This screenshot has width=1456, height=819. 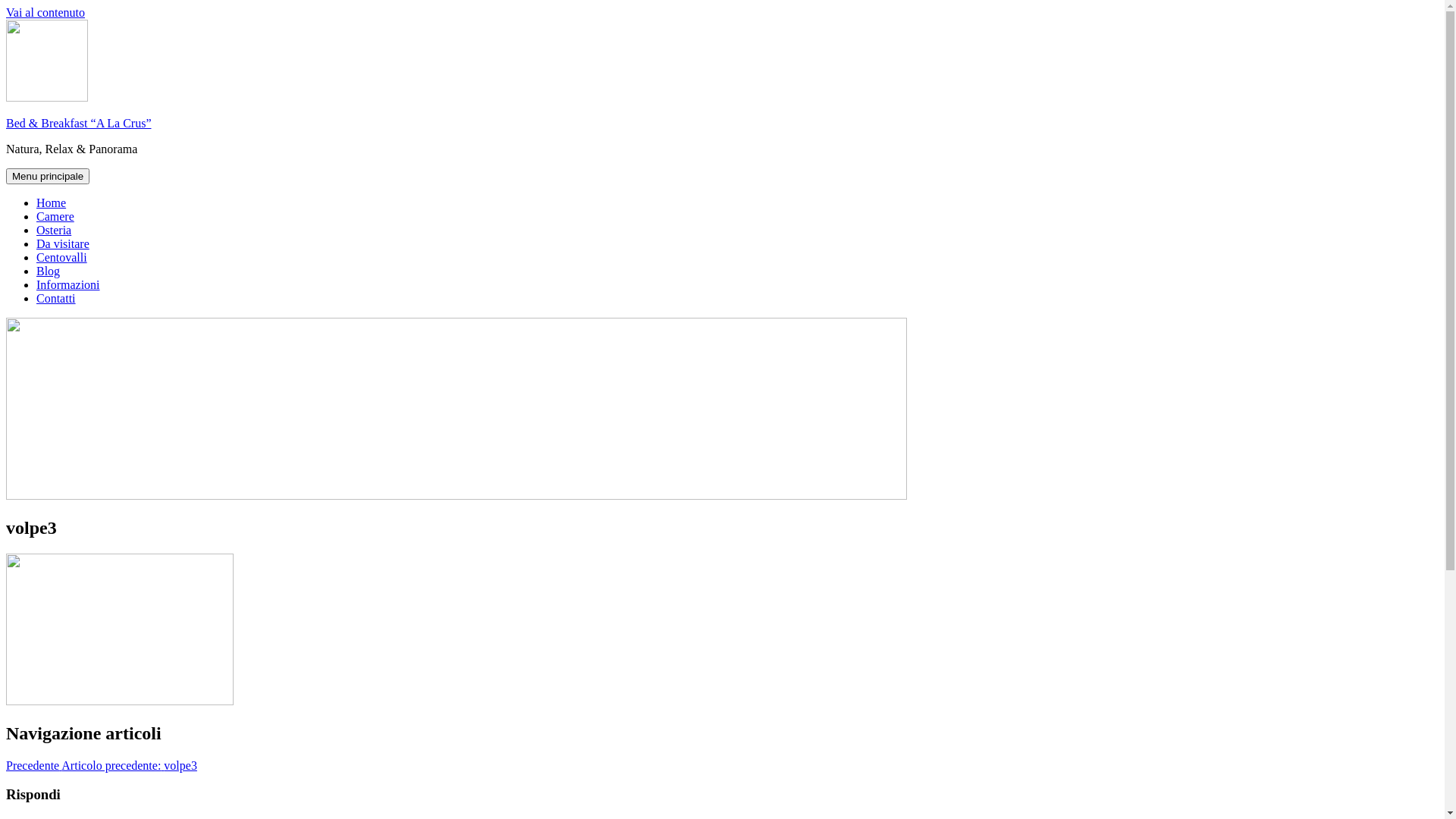 What do you see at coordinates (54, 230) in the screenshot?
I see `'Osteria'` at bounding box center [54, 230].